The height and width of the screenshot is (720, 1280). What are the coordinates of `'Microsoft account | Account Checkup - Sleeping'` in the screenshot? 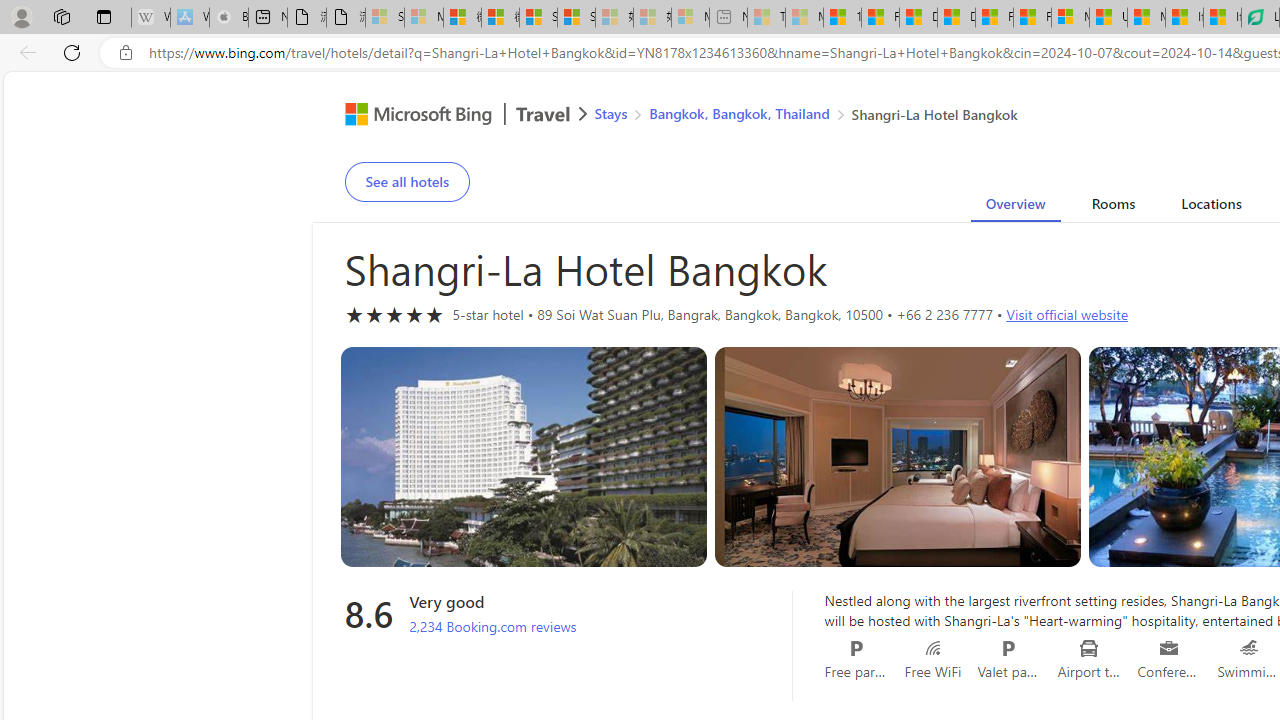 It's located at (690, 17).